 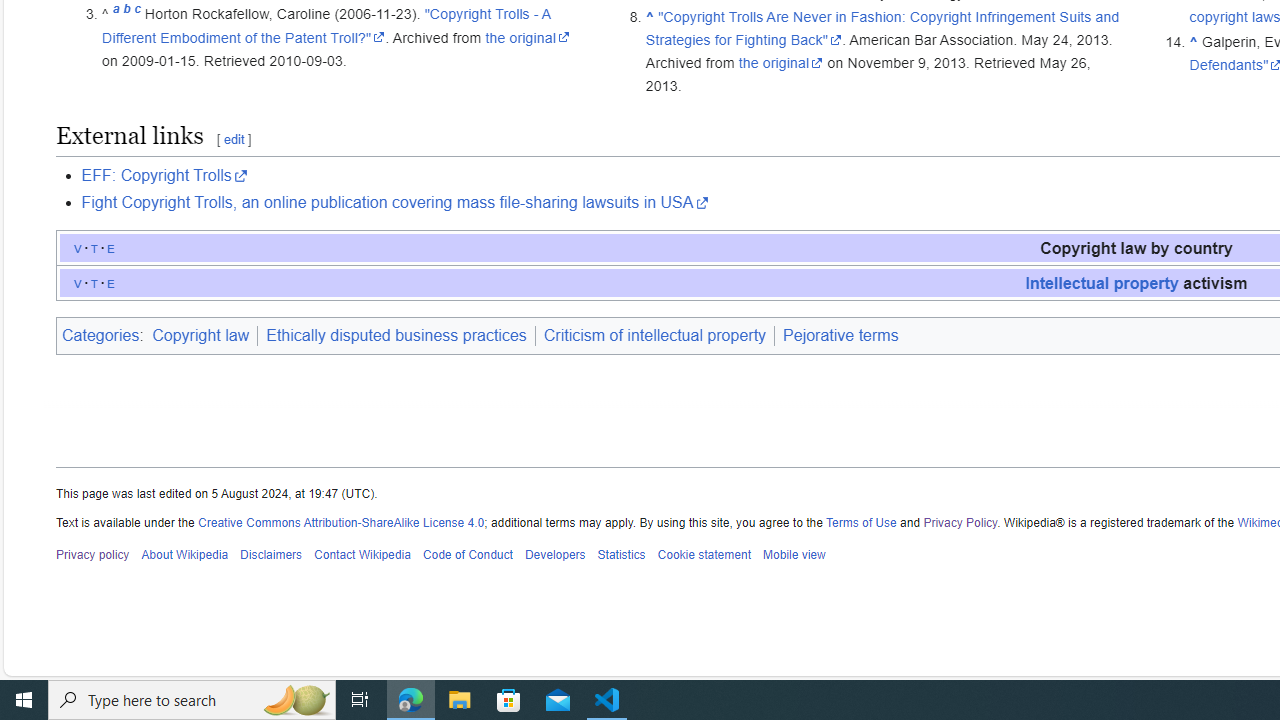 I want to click on 'EFF: Copyright Trolls', so click(x=164, y=175).